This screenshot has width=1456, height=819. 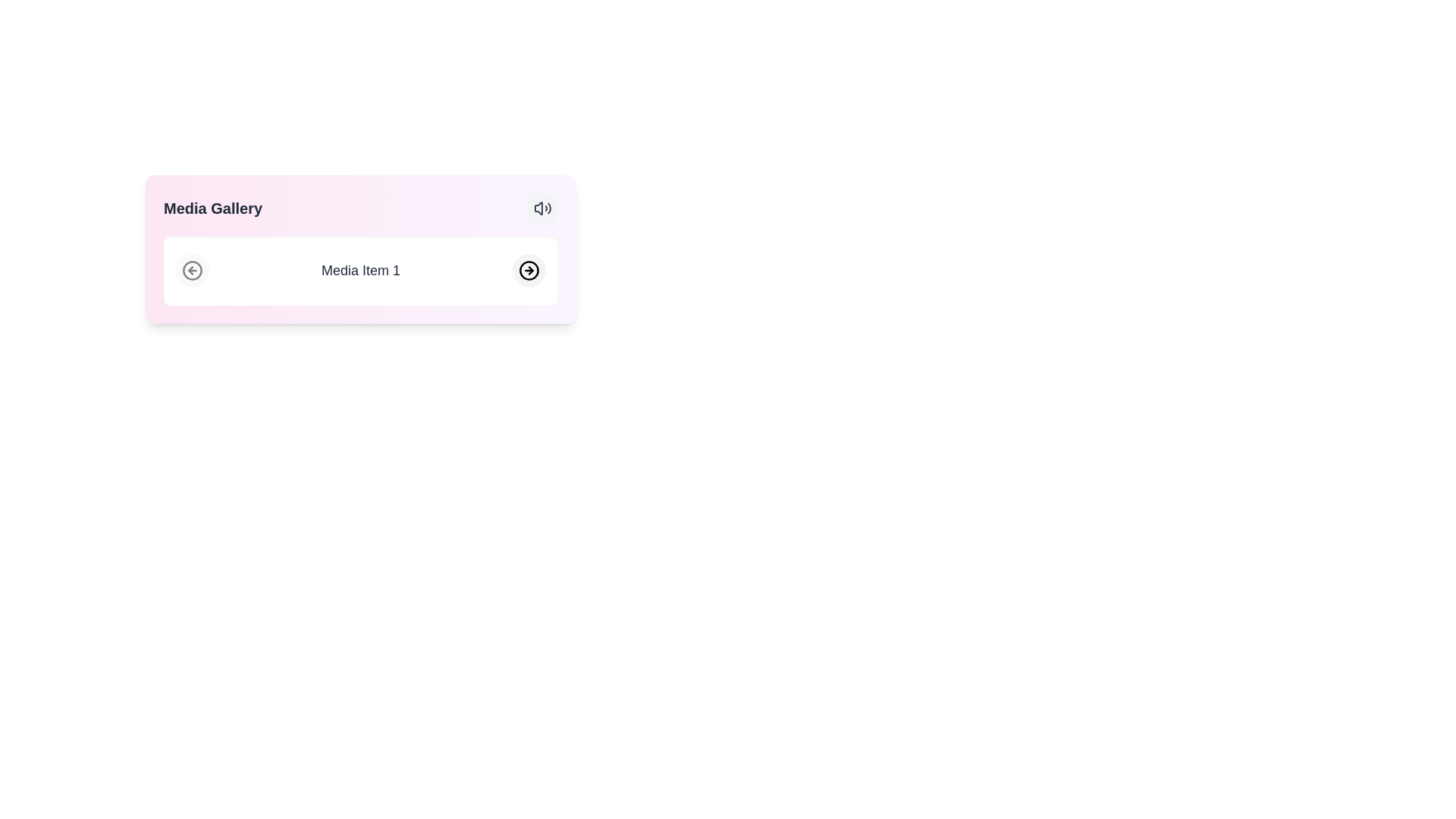 I want to click on the circular audio control button with a light gray background located in the upper-right corner of the 'Media Gallery' section, so click(x=542, y=208).